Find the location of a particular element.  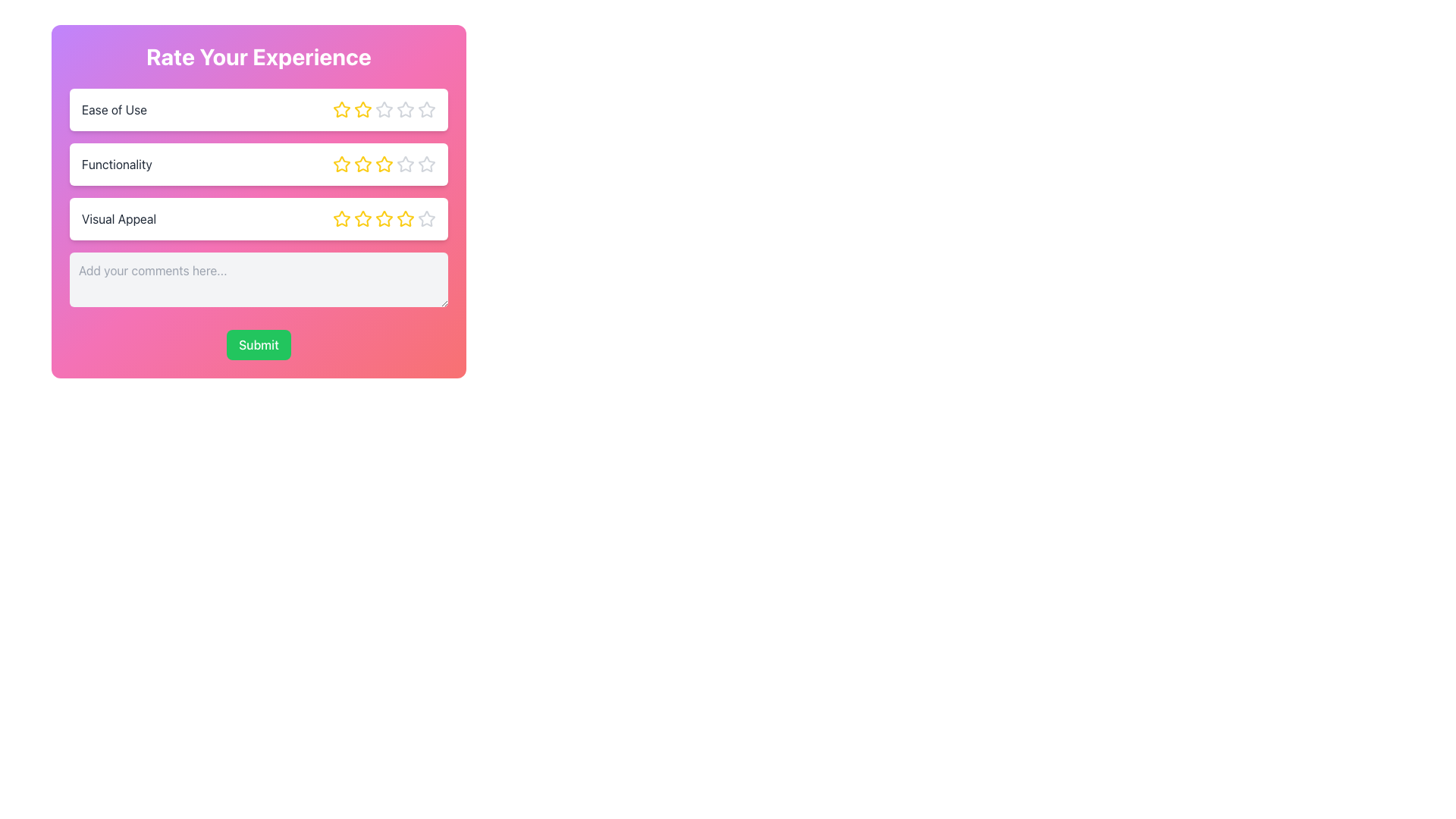

the third star in the 'Functionality' section of the 'Rate Your Experience' interface is located at coordinates (384, 164).